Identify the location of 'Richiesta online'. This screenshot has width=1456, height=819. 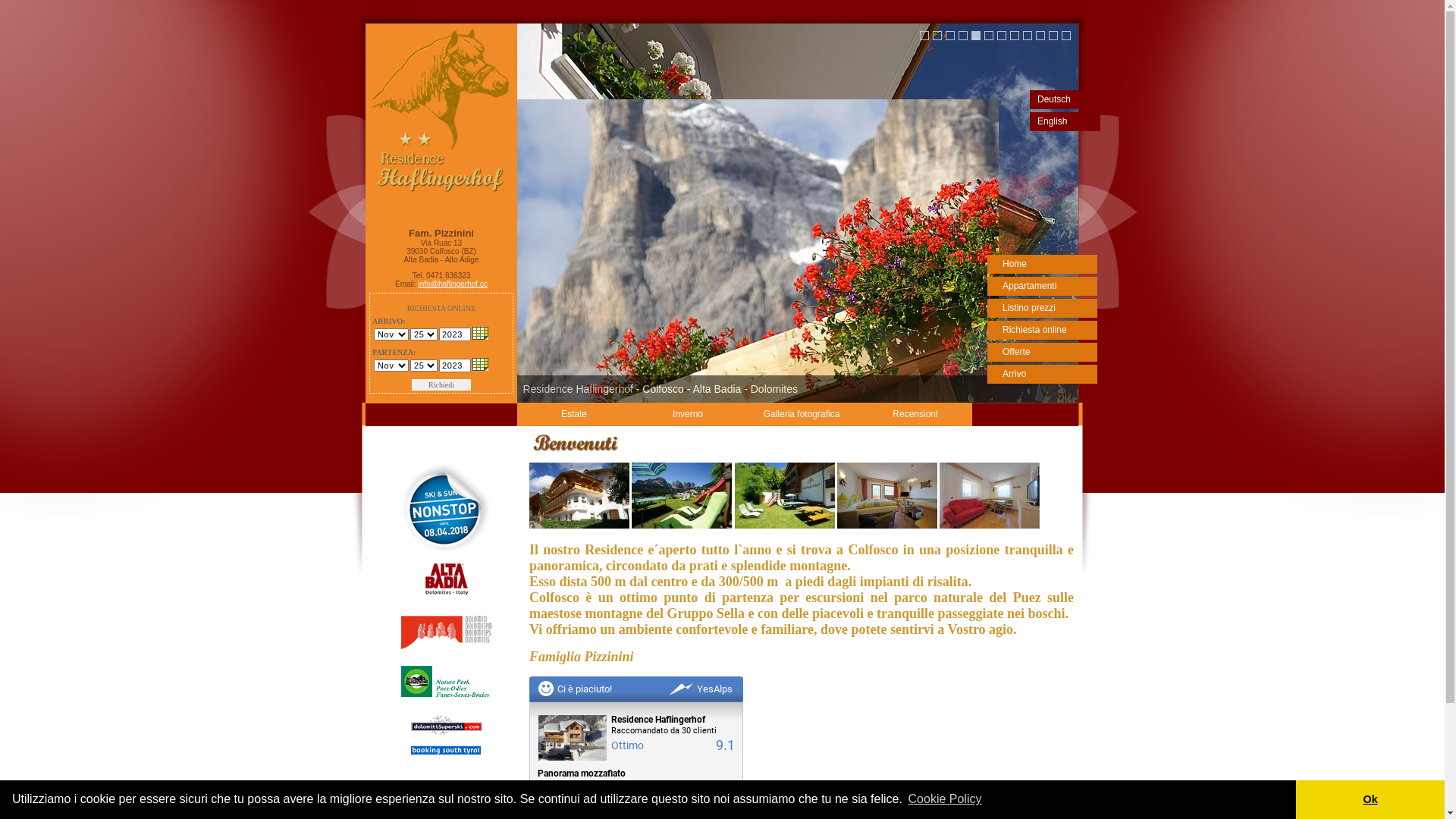
(1041, 329).